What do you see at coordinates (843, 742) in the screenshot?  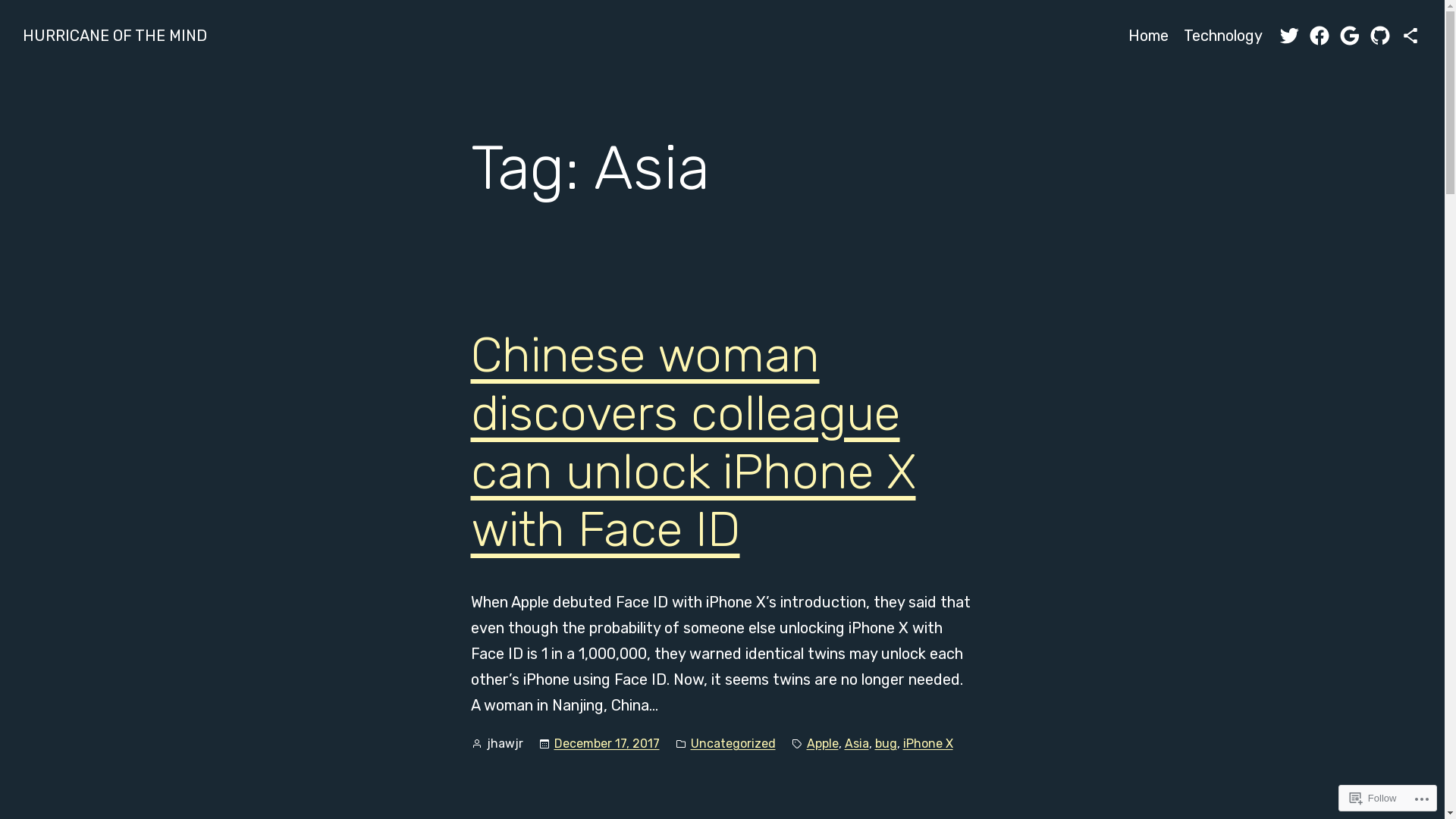 I see `'Asia'` at bounding box center [843, 742].